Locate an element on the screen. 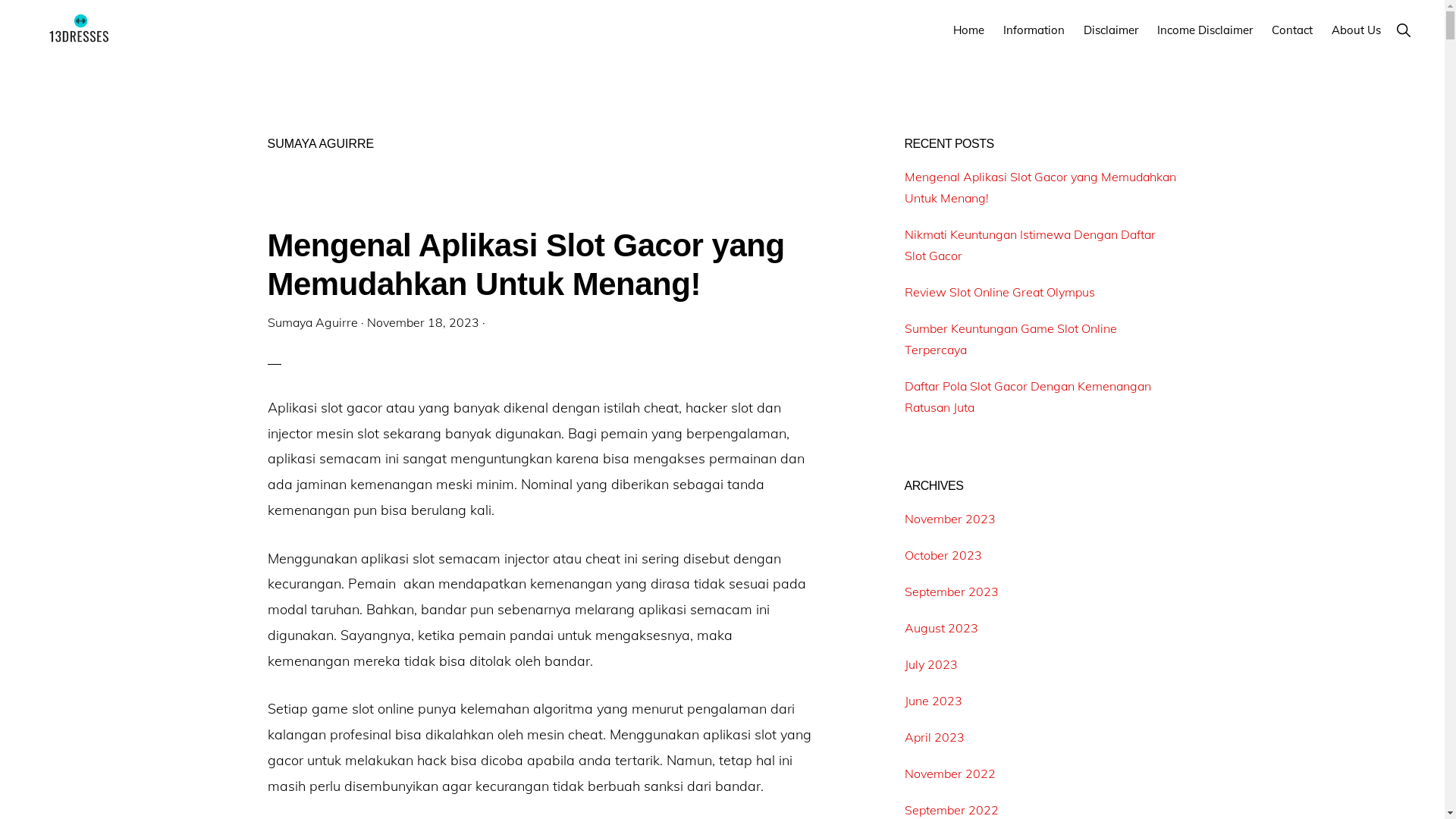 The image size is (1456, 819). 'Contact' is located at coordinates (1291, 30).